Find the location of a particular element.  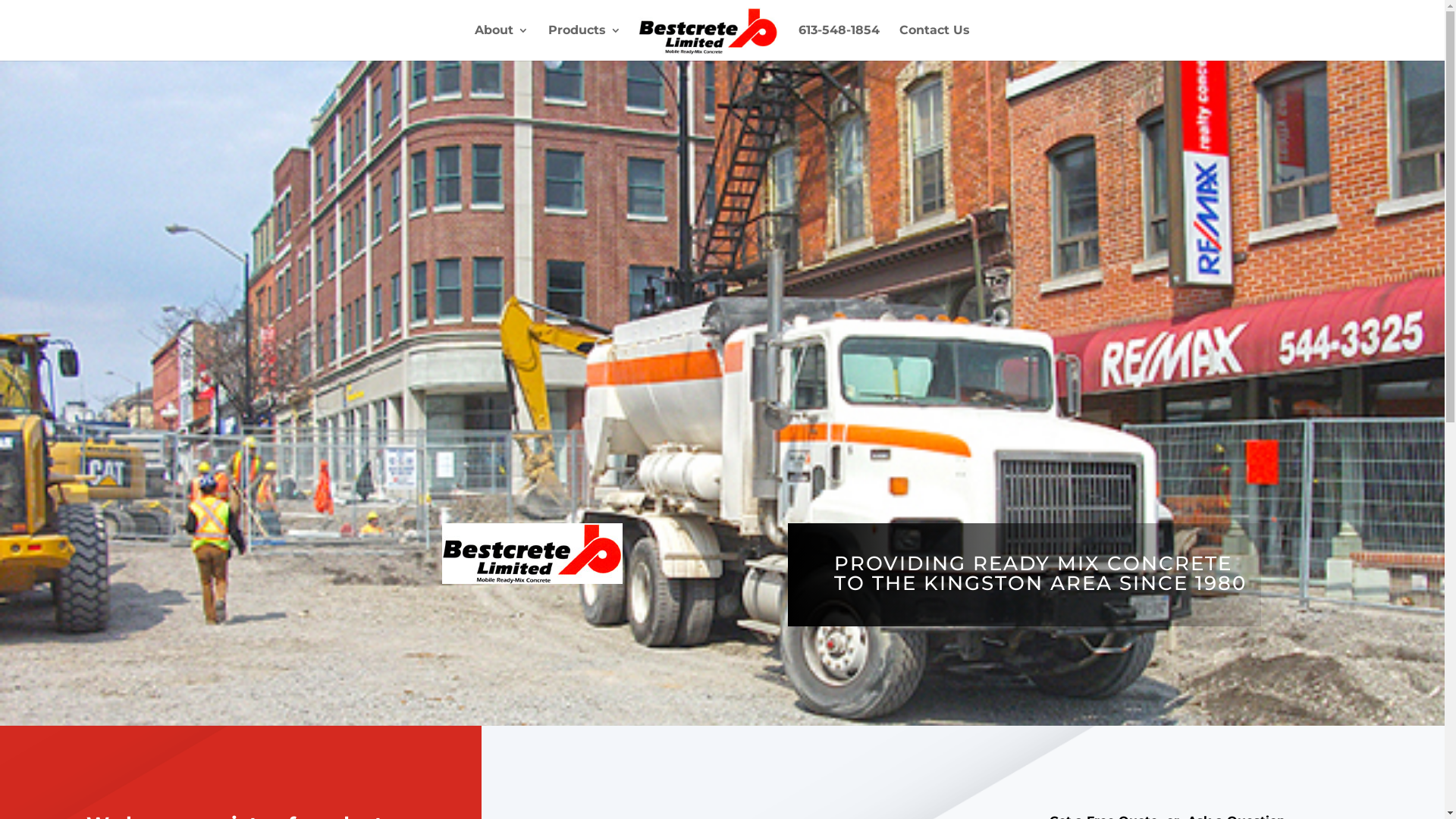

'613-548-1854' is located at coordinates (838, 42).